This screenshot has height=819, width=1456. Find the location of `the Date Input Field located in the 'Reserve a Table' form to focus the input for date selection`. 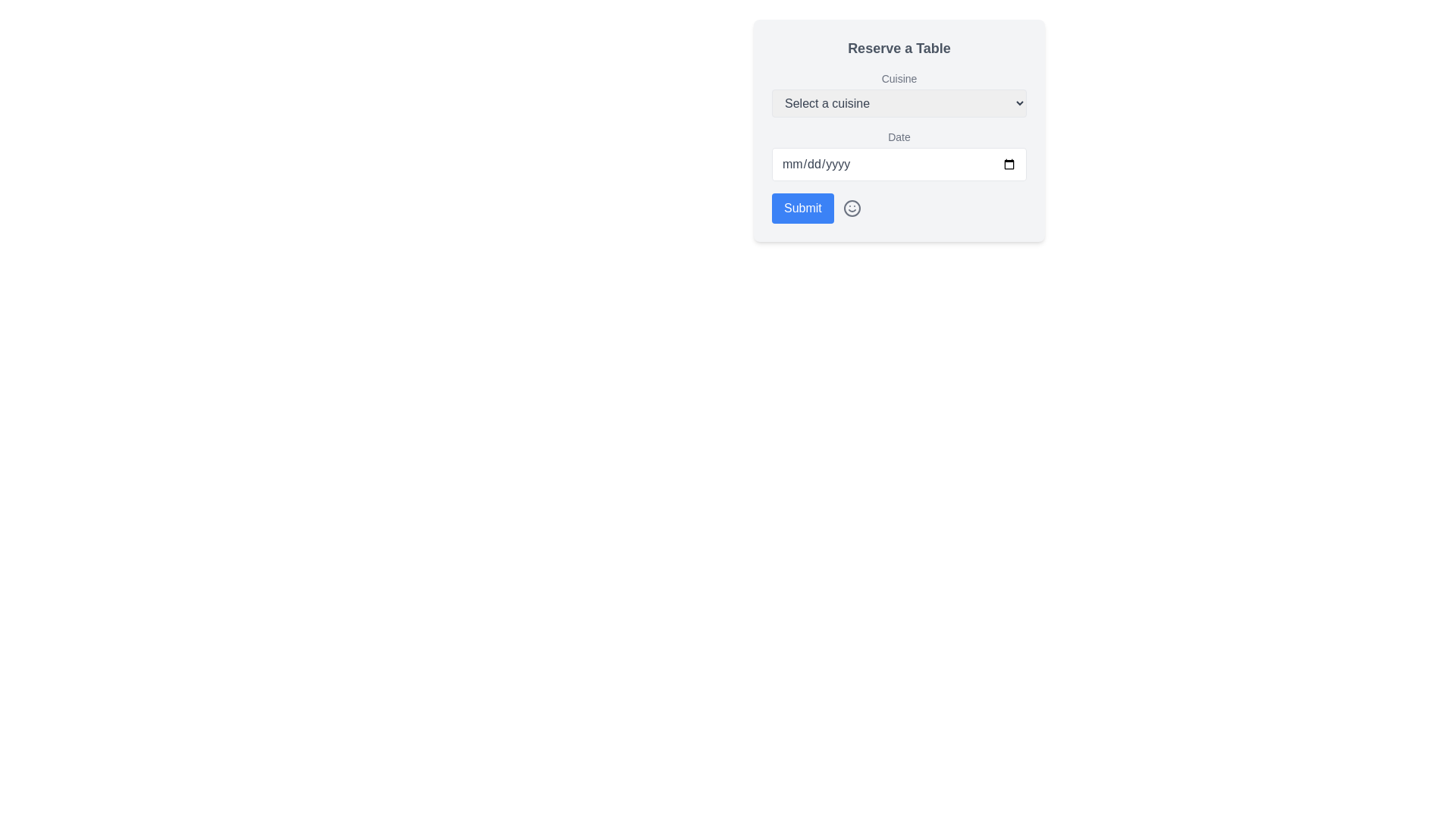

the Date Input Field located in the 'Reserve a Table' form to focus the input for date selection is located at coordinates (899, 155).